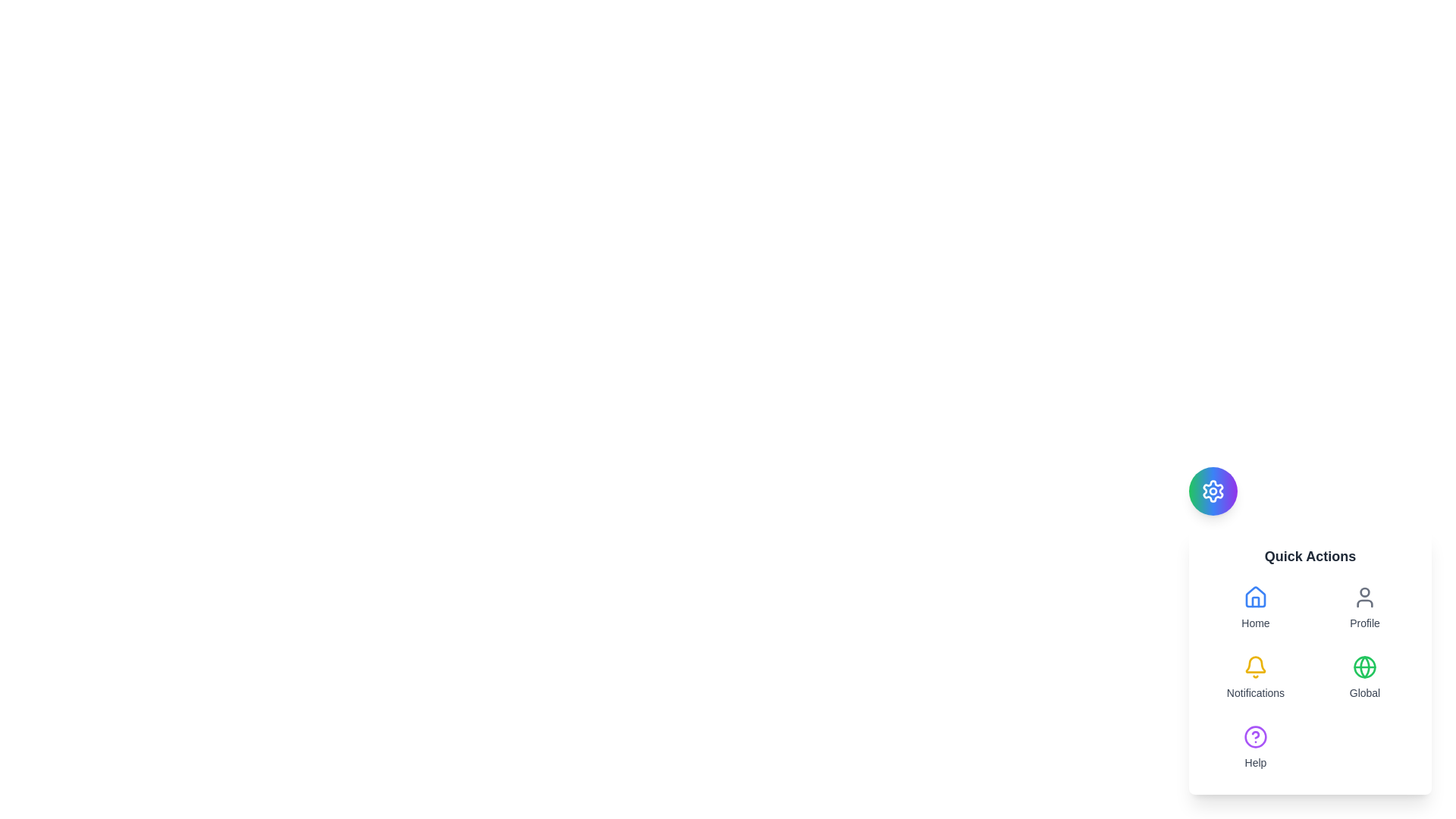  Describe the element at coordinates (1256, 677) in the screenshot. I see `the notification button located in the second row, first column of the grid layout, directly beneath the 'Home' button` at that location.